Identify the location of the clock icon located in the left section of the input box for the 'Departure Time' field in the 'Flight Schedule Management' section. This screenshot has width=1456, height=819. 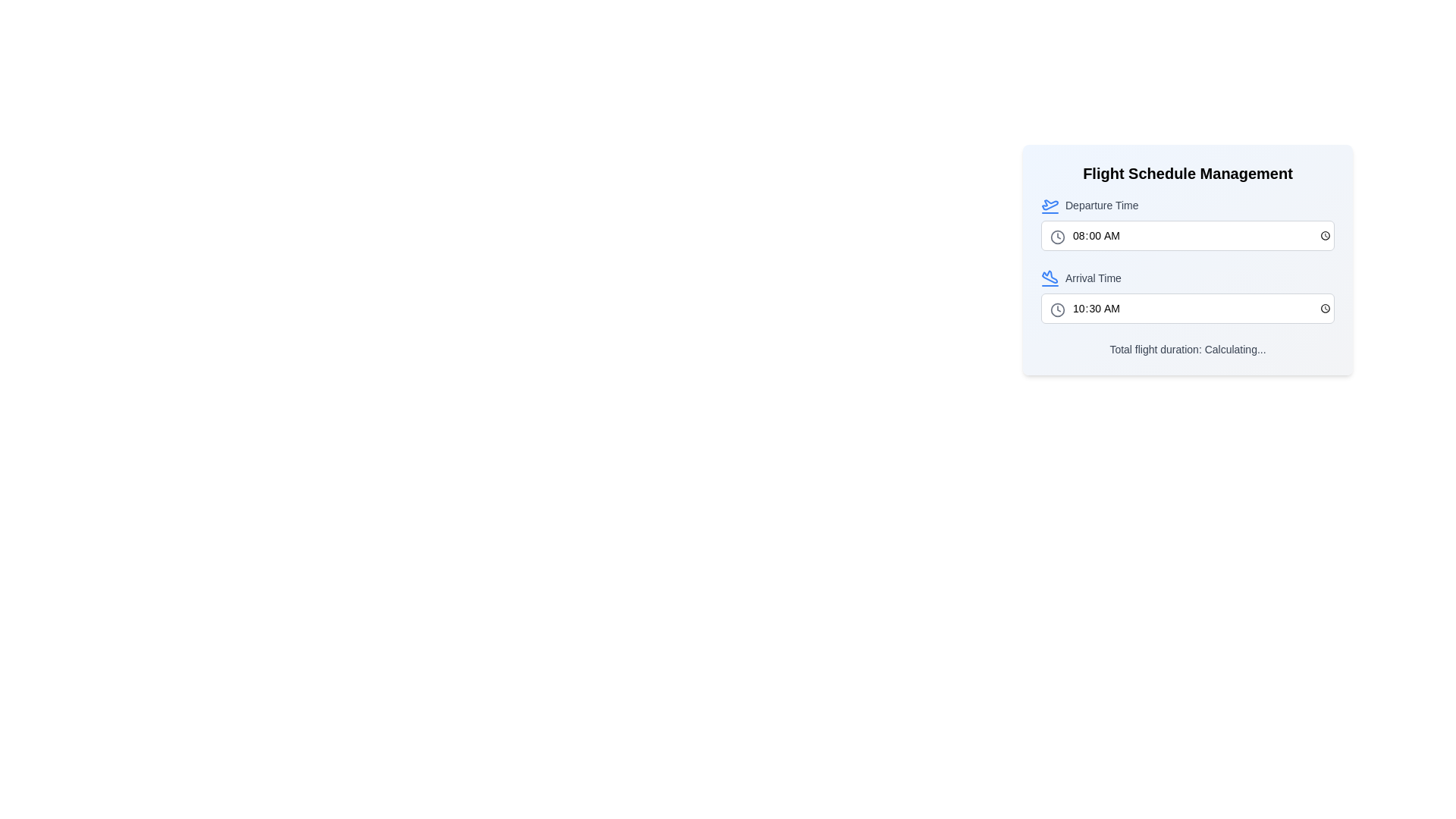
(1057, 237).